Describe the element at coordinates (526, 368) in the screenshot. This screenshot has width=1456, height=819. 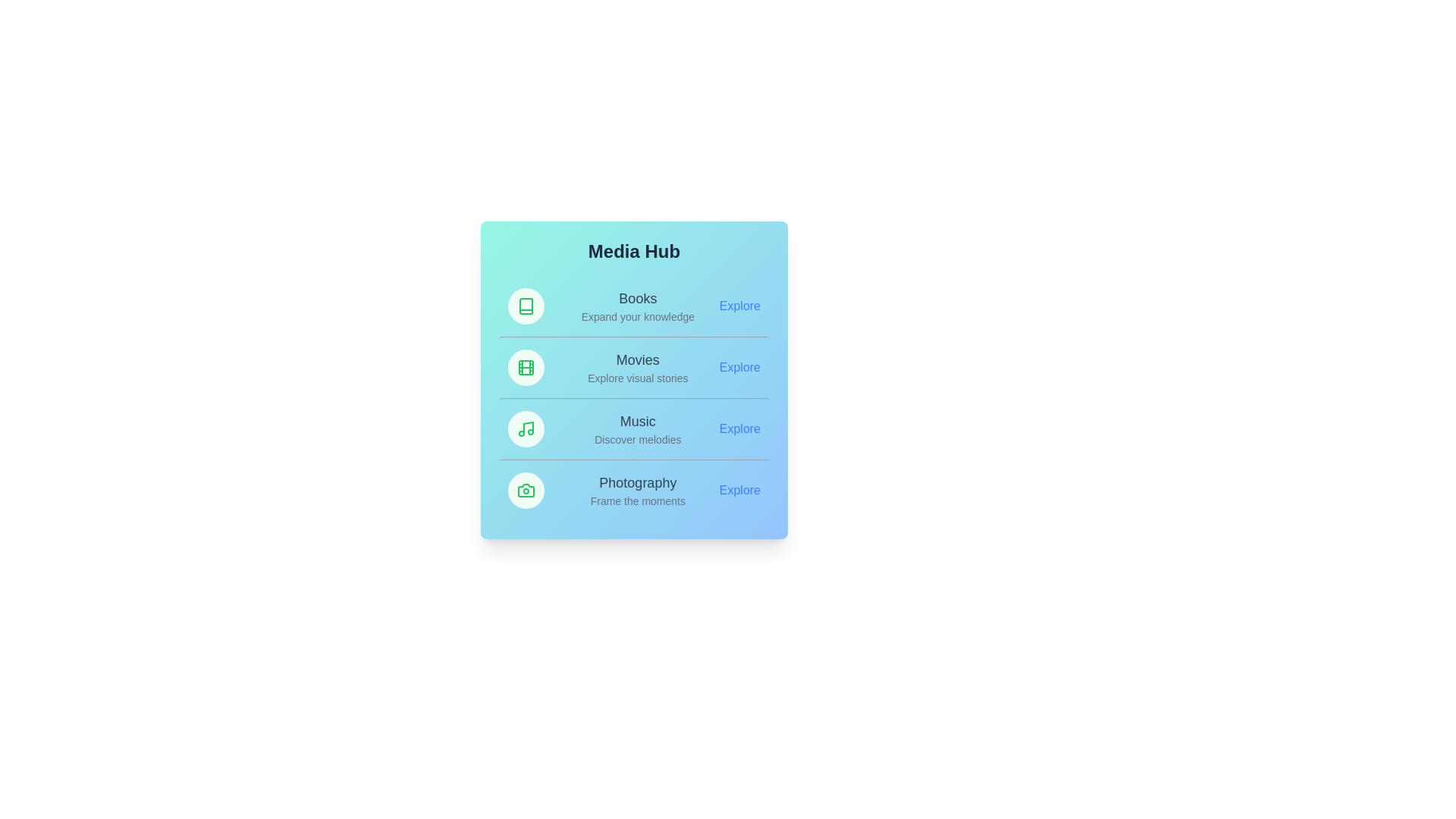
I see `the icon of the Movies category` at that location.